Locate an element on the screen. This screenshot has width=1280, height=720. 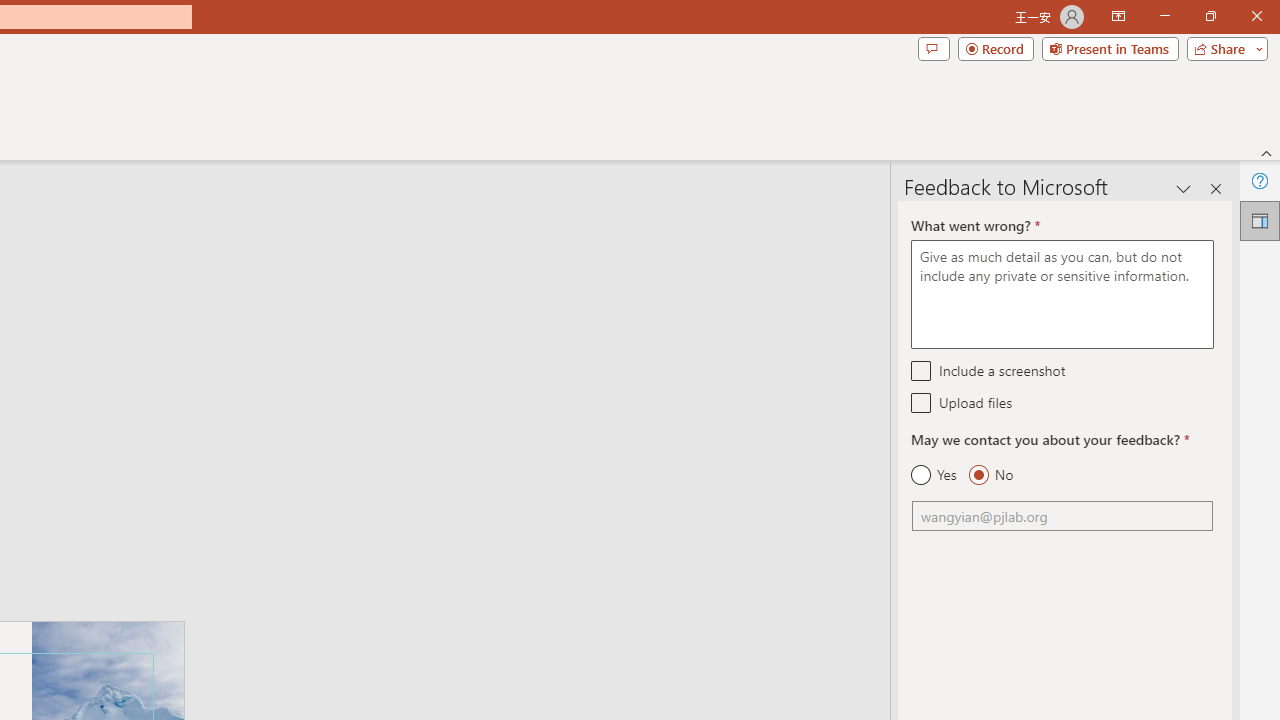
'No' is located at coordinates (990, 475).